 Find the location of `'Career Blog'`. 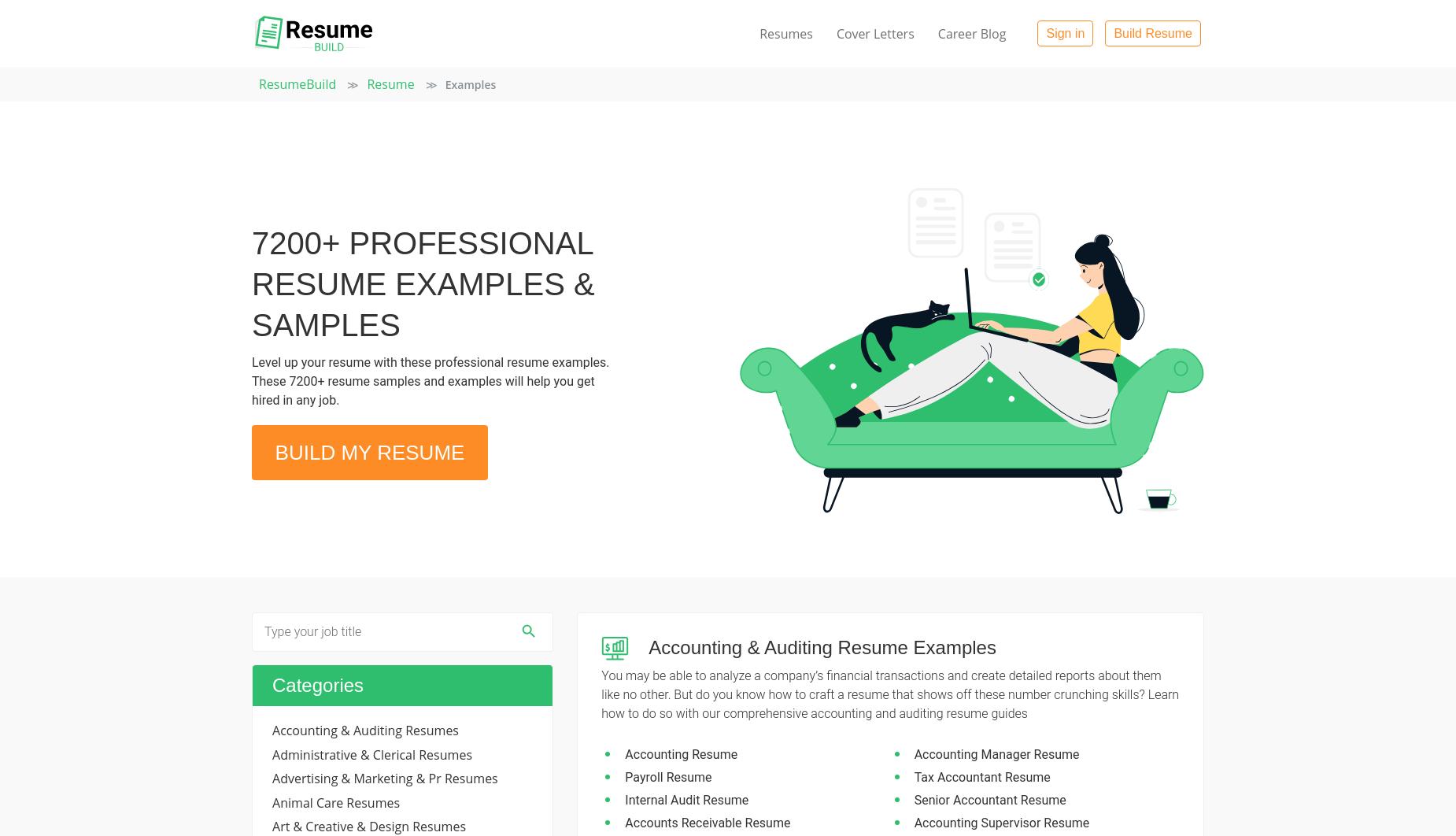

'Career Blog' is located at coordinates (970, 32).